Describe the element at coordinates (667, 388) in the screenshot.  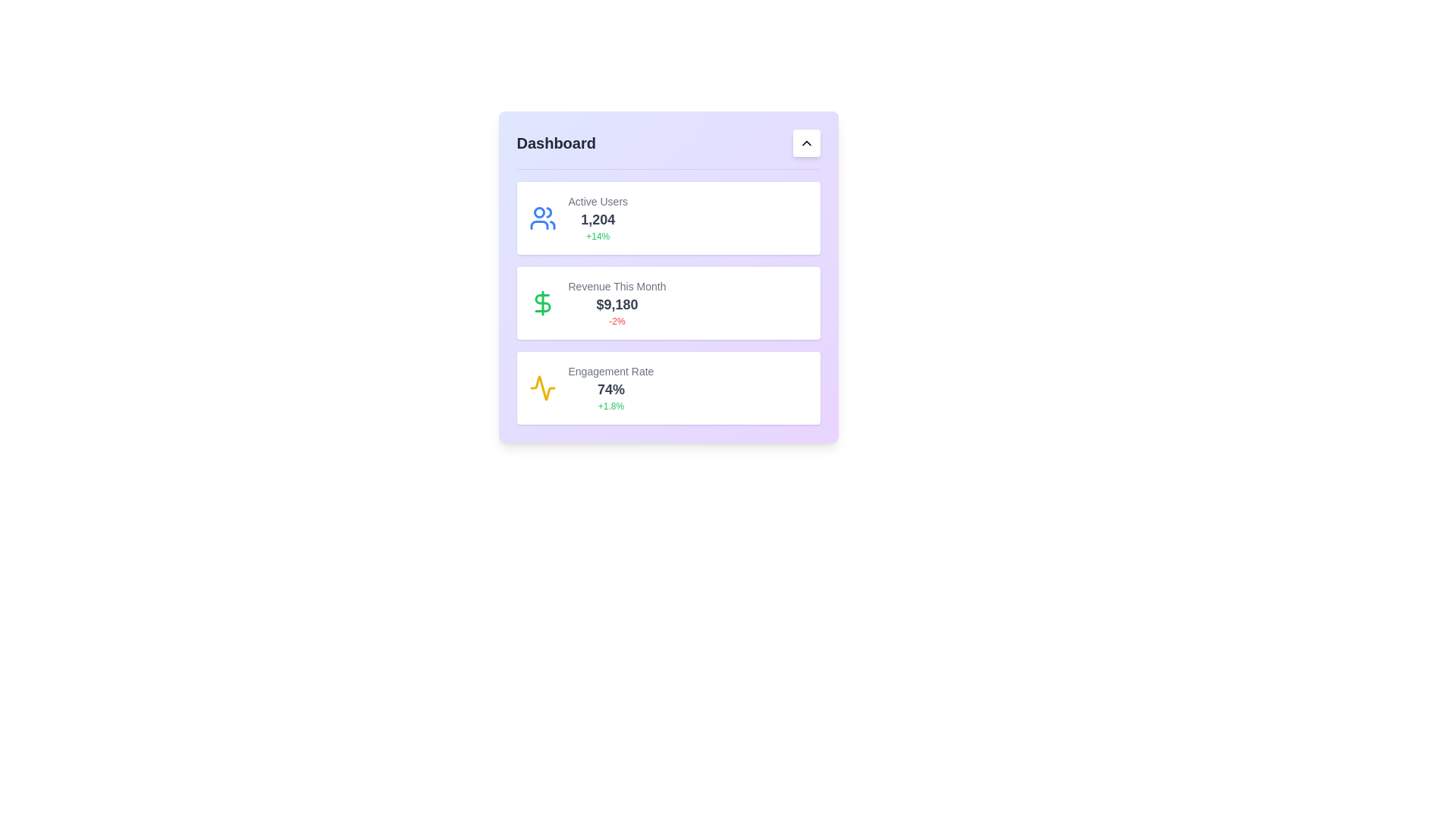
I see `the third statistical card displaying the engagement rate in the dashboard interface` at that location.